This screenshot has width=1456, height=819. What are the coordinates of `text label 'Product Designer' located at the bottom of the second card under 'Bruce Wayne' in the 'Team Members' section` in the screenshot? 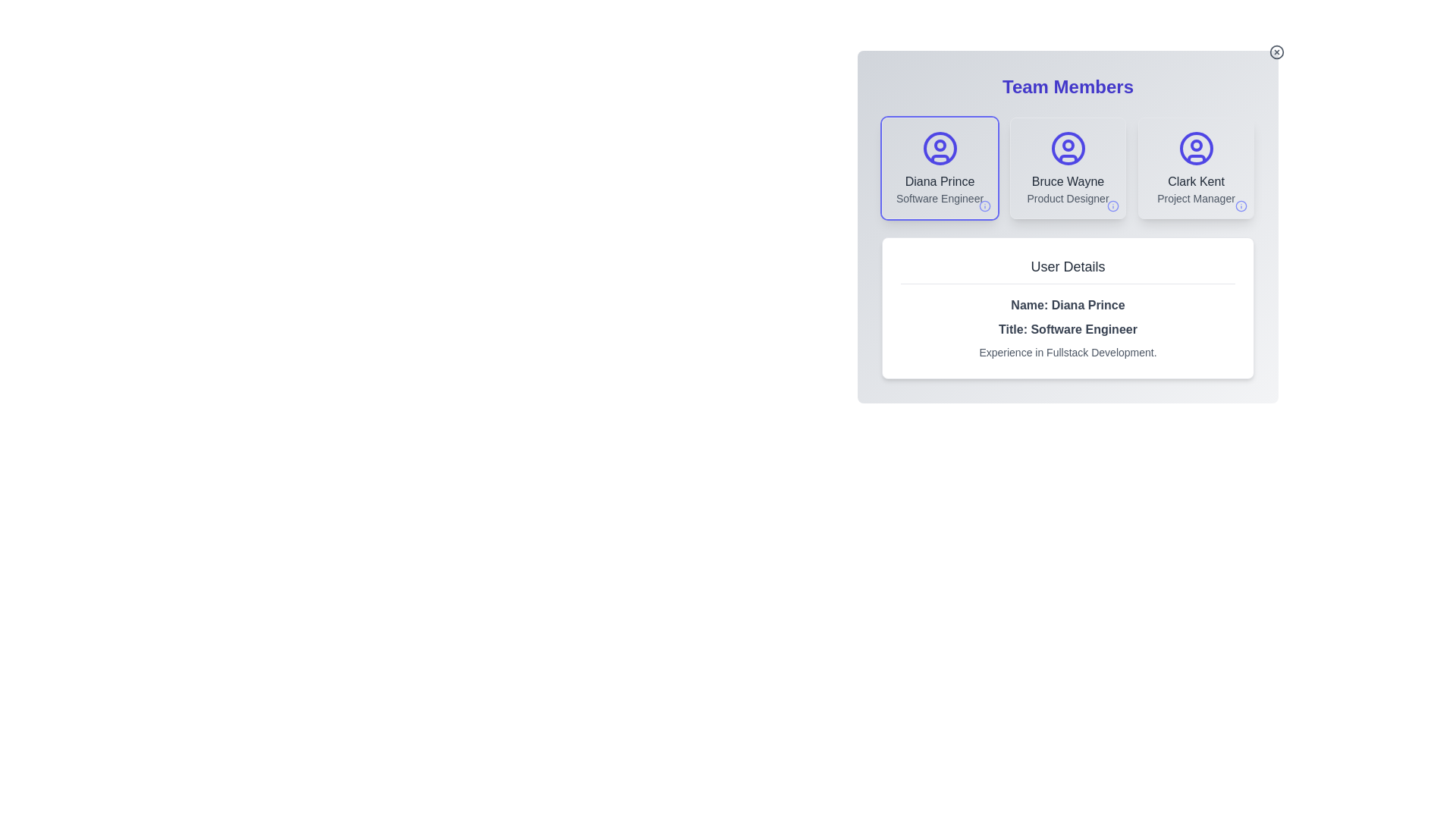 It's located at (1067, 198).